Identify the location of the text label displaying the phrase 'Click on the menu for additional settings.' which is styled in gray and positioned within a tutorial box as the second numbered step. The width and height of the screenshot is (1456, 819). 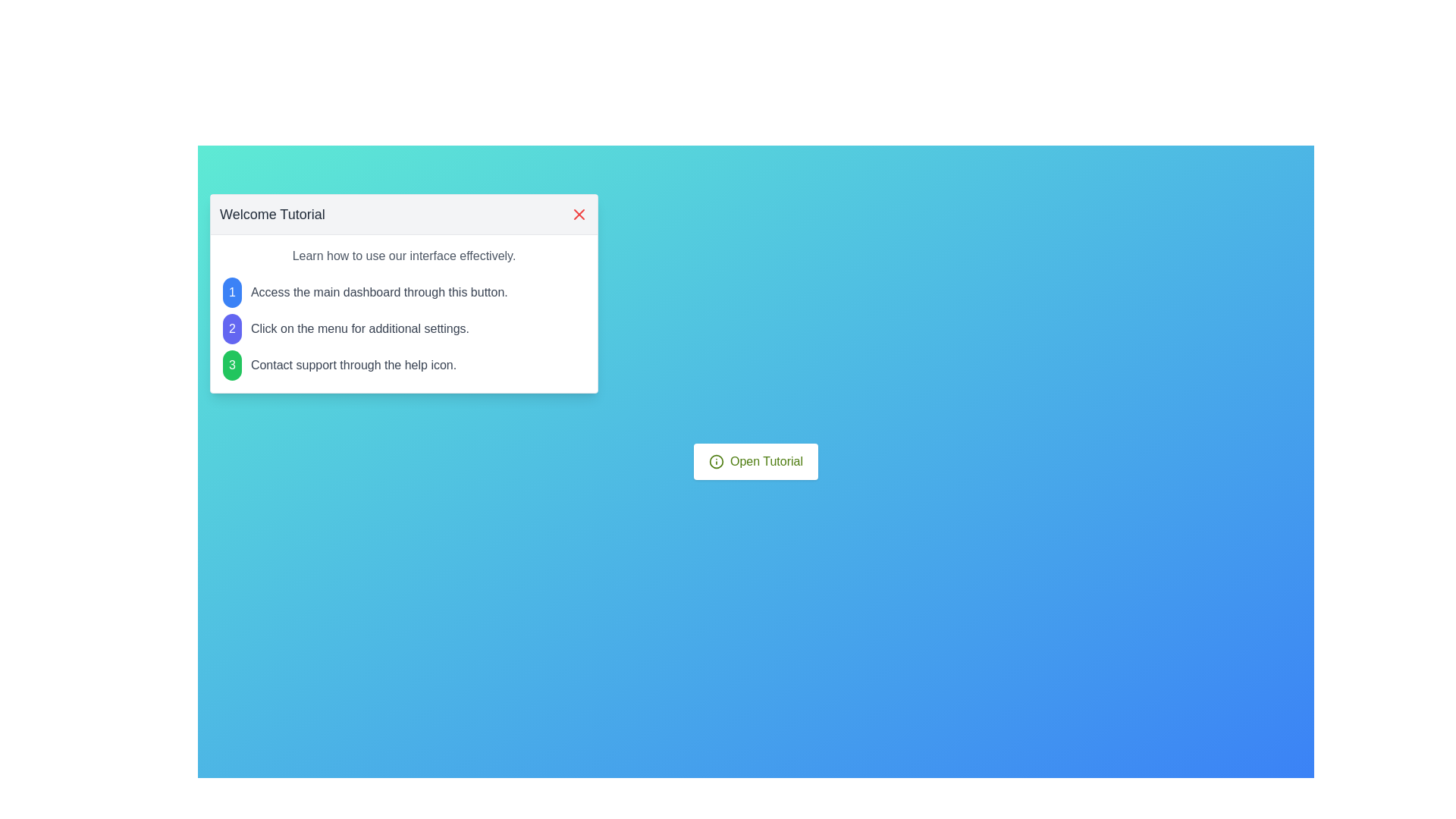
(359, 328).